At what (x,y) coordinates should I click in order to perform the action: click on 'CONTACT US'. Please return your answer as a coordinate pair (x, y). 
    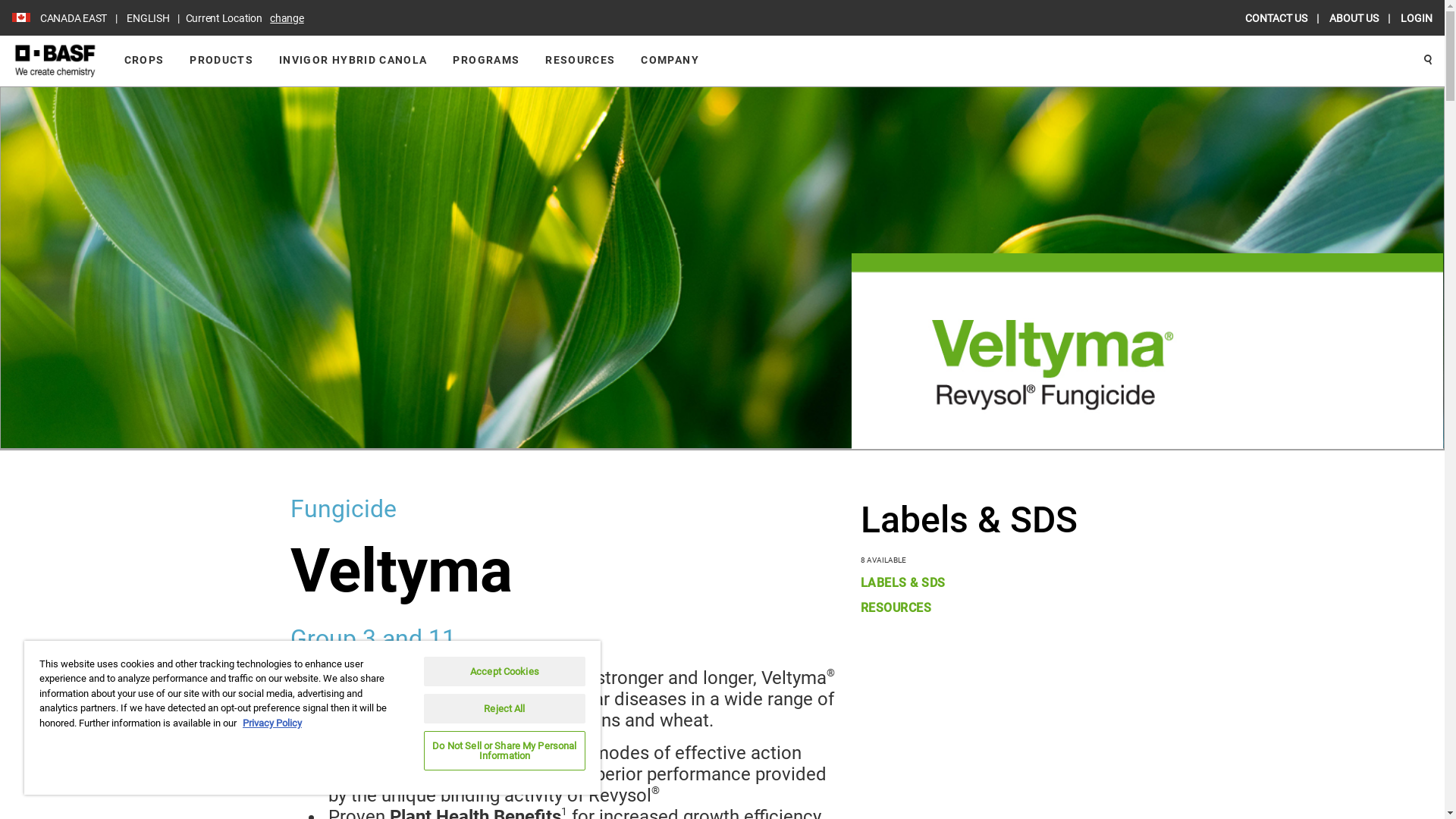
    Looking at the image, I should click on (1244, 17).